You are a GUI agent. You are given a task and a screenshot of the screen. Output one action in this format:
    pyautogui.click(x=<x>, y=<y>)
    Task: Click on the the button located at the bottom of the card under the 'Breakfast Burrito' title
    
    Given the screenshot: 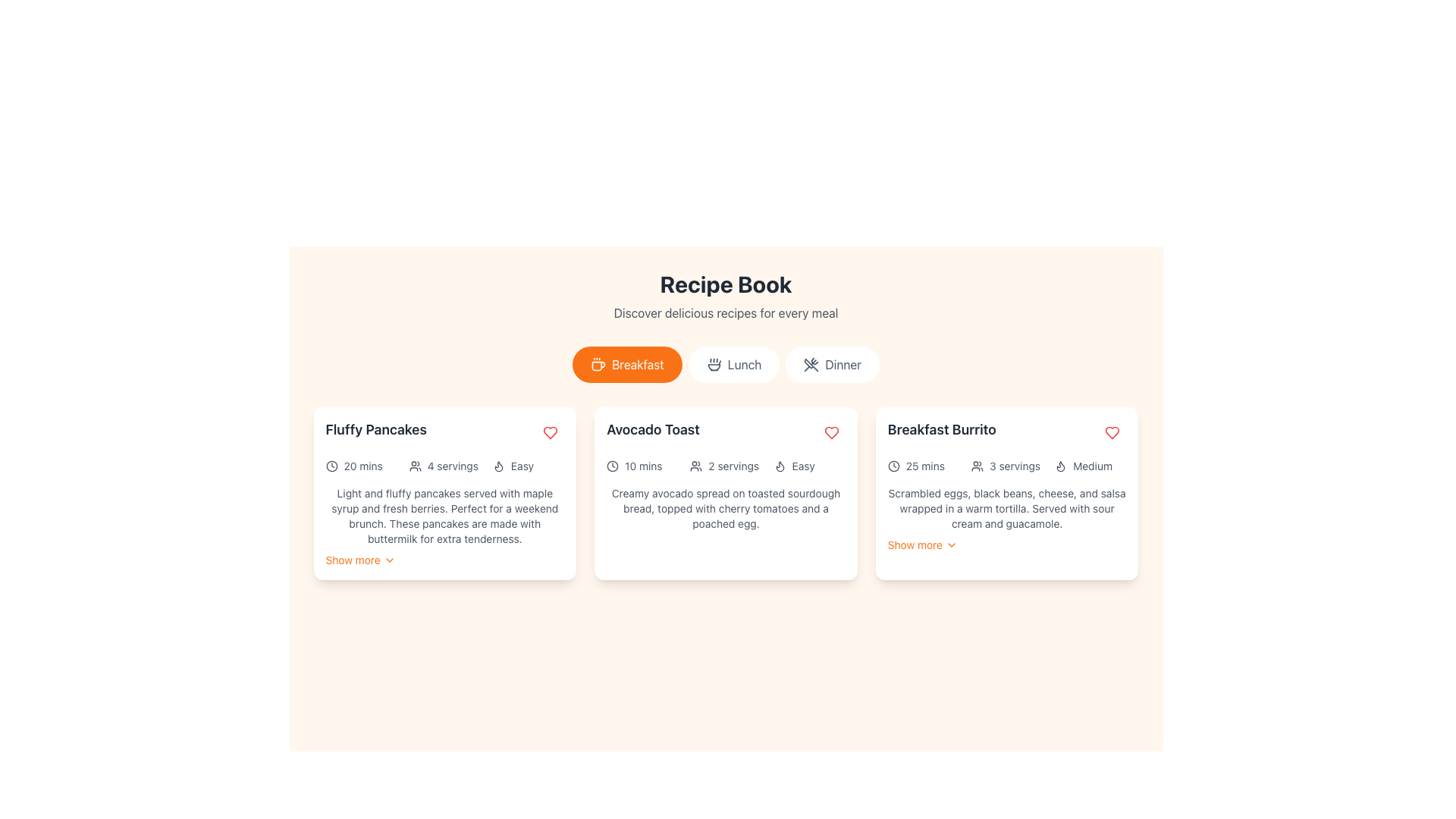 What is the action you would take?
    pyautogui.click(x=921, y=544)
    